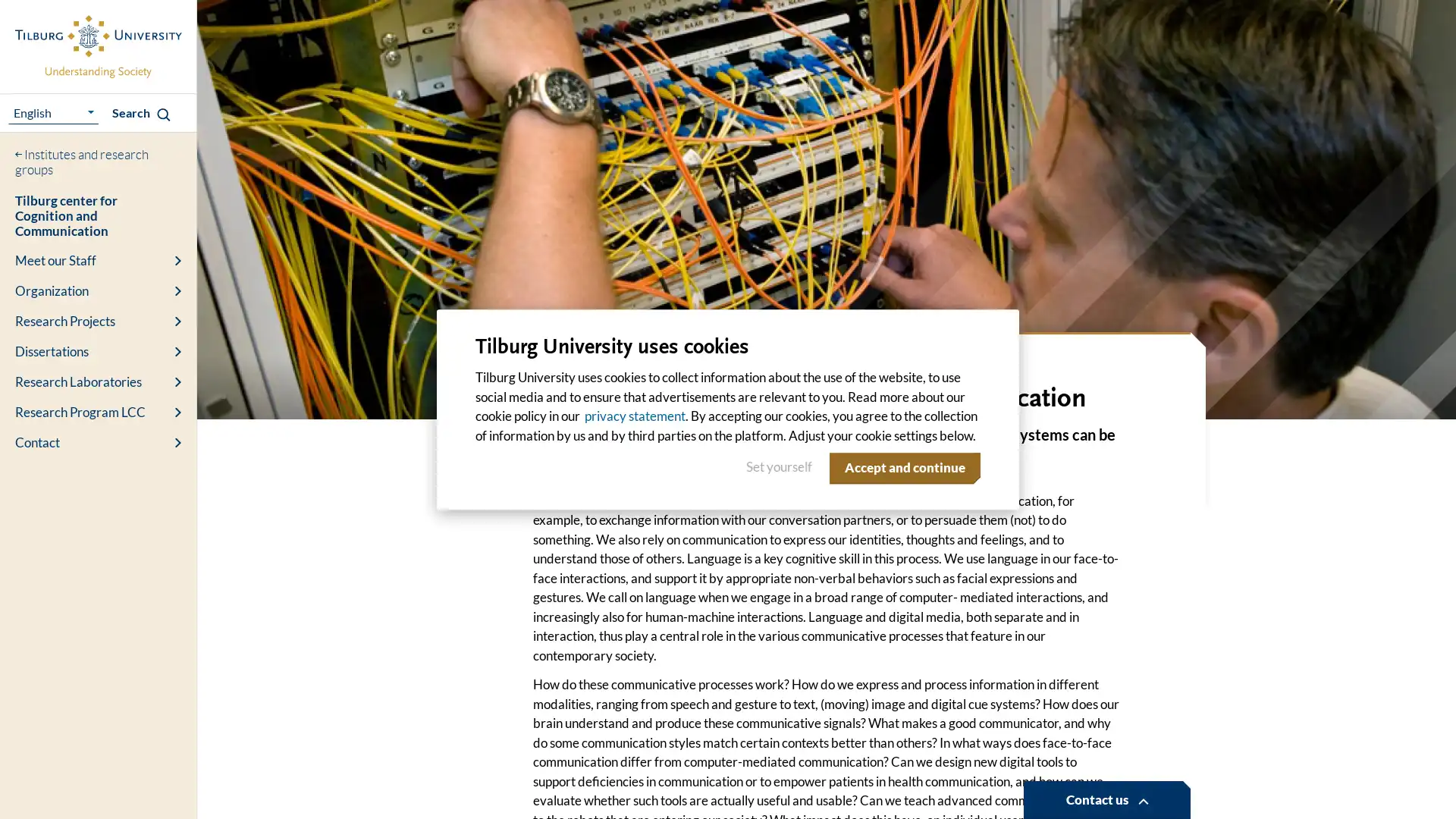 Image resolution: width=1456 pixels, height=819 pixels. I want to click on Accept and continue, so click(902, 467).